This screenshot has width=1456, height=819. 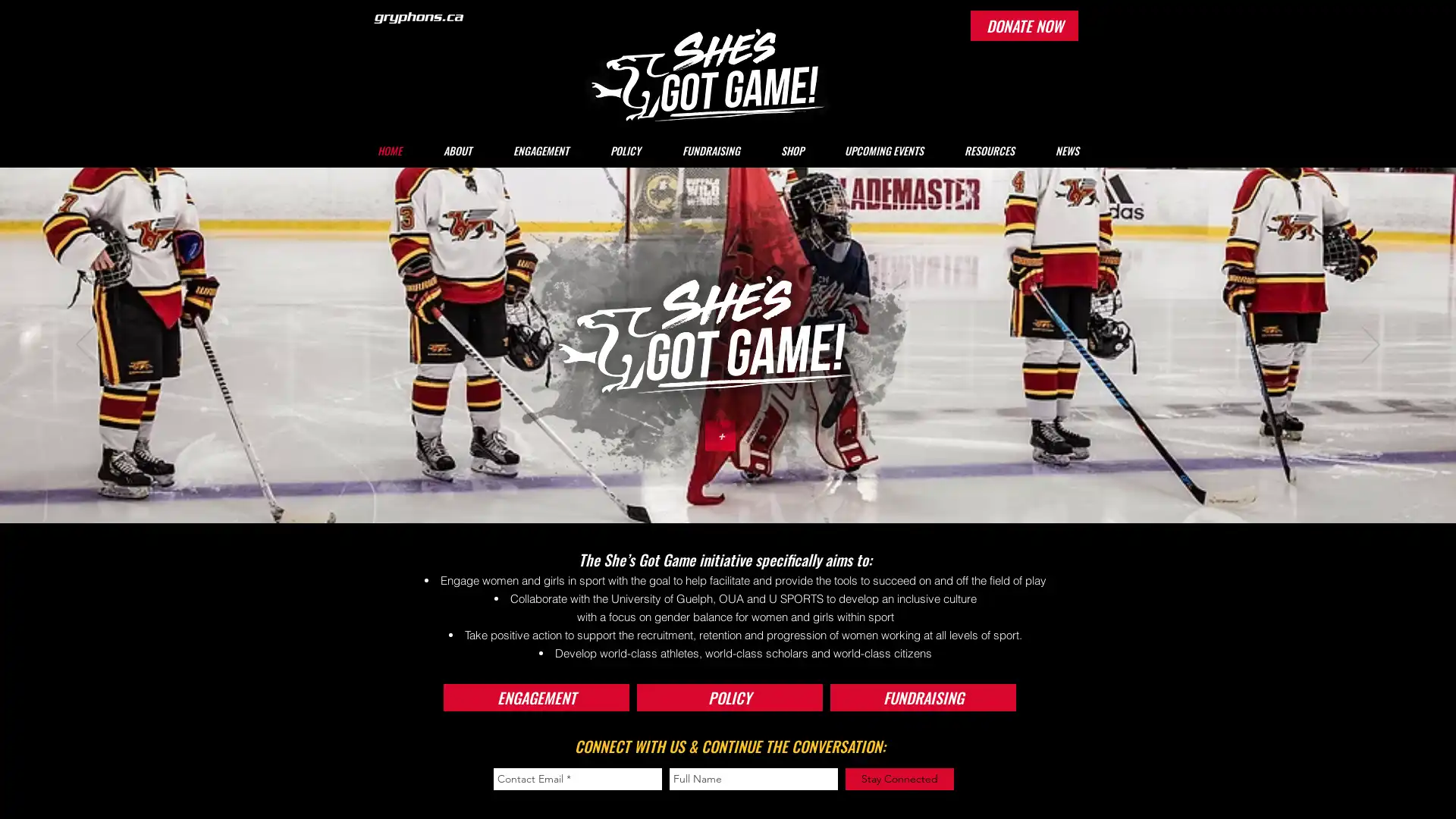 What do you see at coordinates (899, 779) in the screenshot?
I see `Stay Connected` at bounding box center [899, 779].